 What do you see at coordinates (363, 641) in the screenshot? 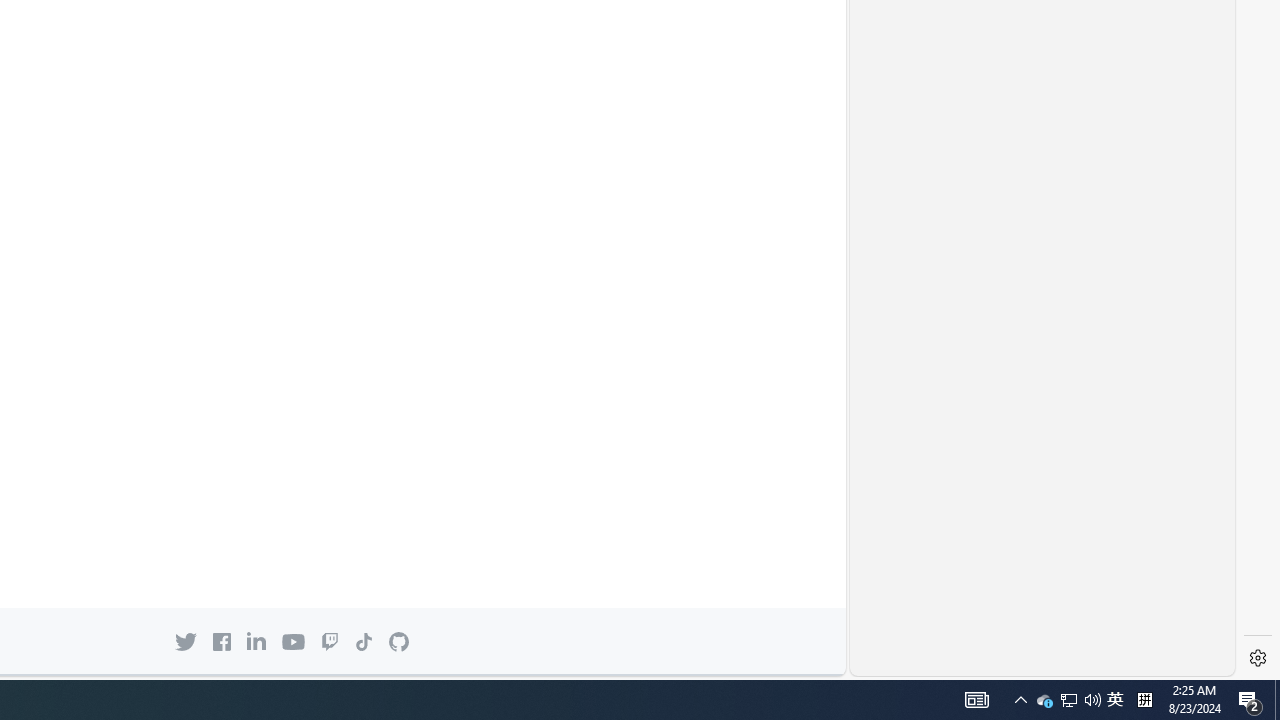
I see `'GitHub on TikTok'` at bounding box center [363, 641].